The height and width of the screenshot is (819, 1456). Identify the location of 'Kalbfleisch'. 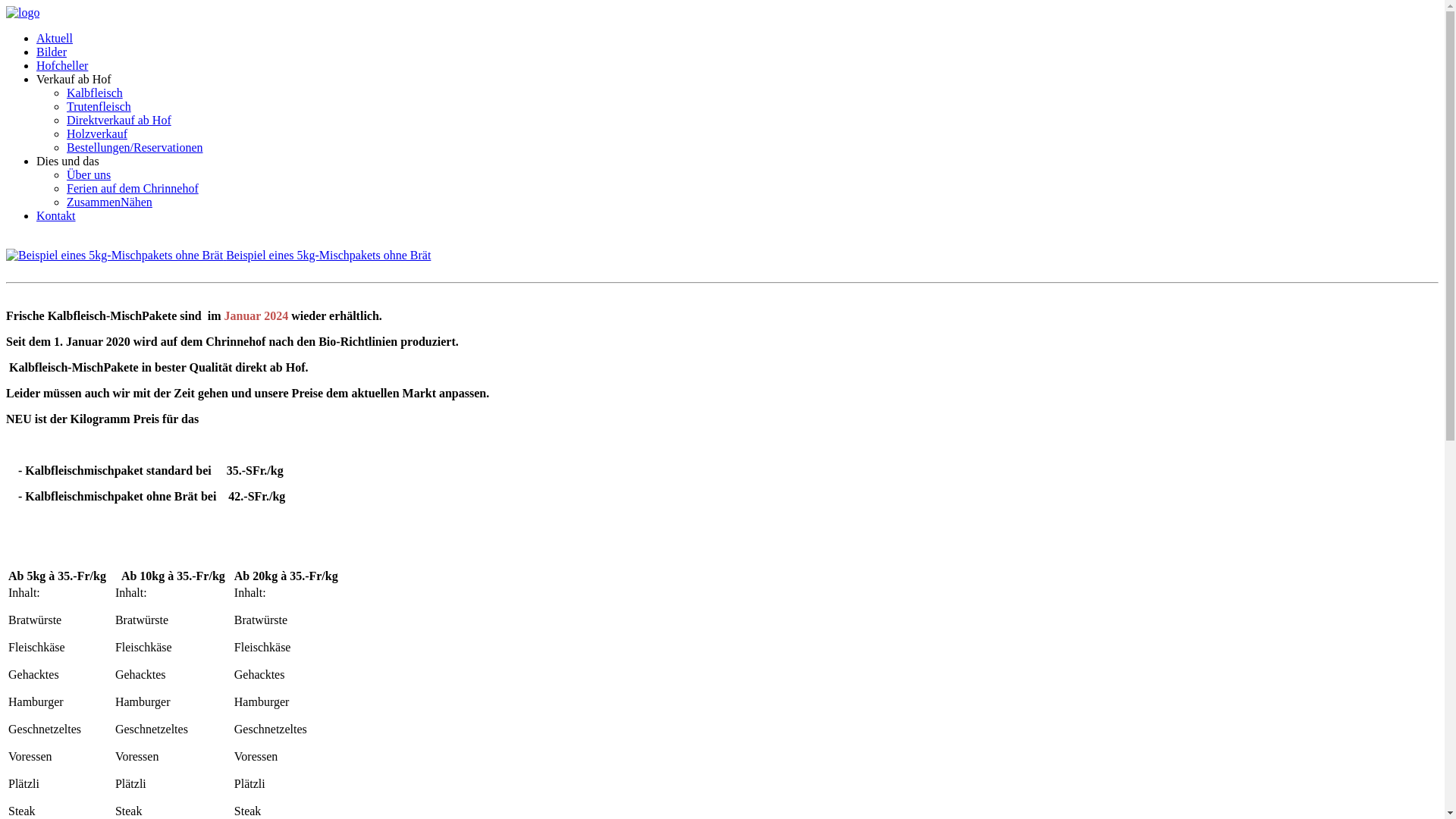
(93, 93).